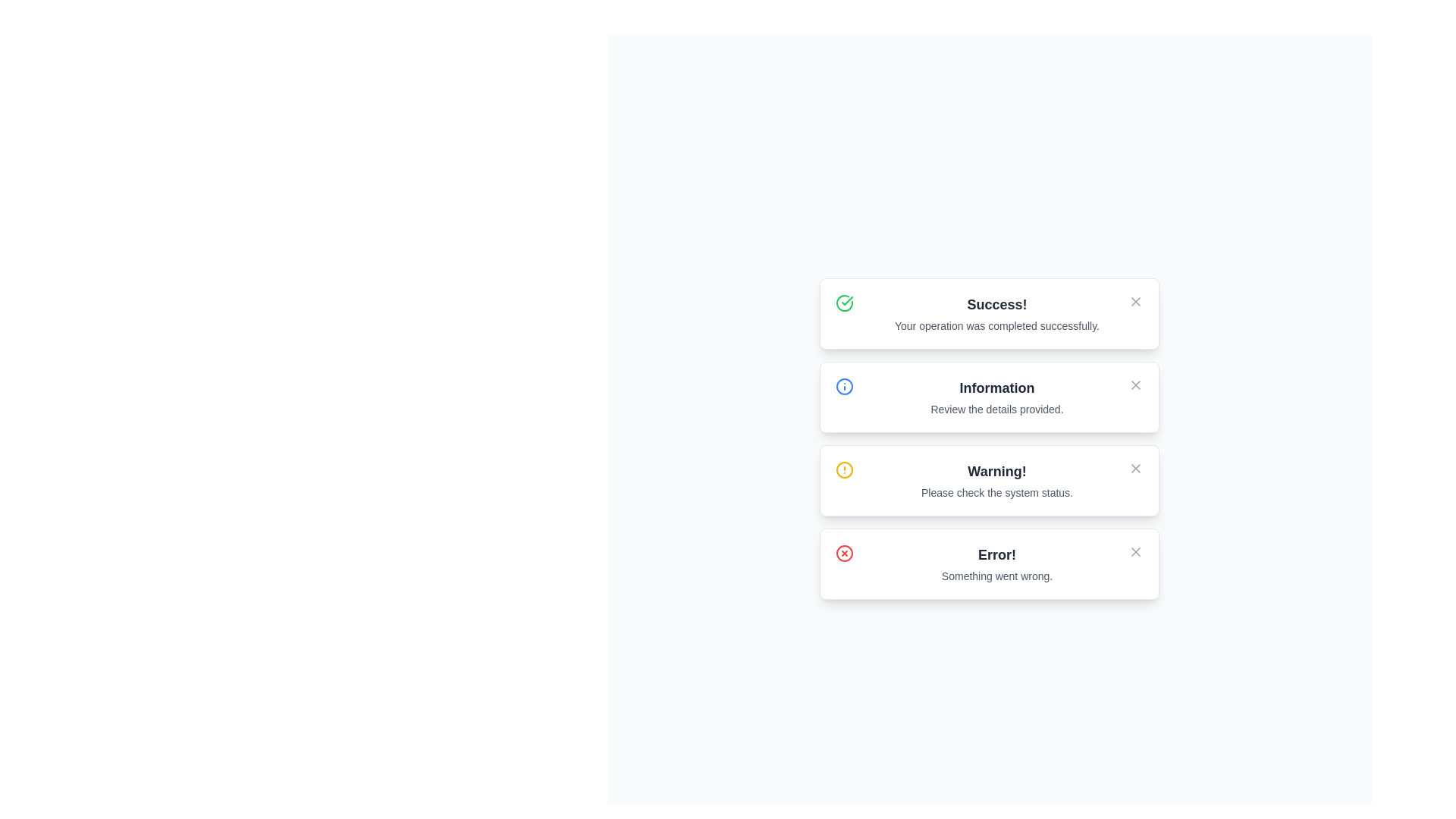 The width and height of the screenshot is (1456, 819). Describe the element at coordinates (997, 480) in the screenshot. I see `the warning message block located in the middle panel, which is the third item in a vertically stacked list of information cards, positioned between 'Information' and 'Error'` at that location.